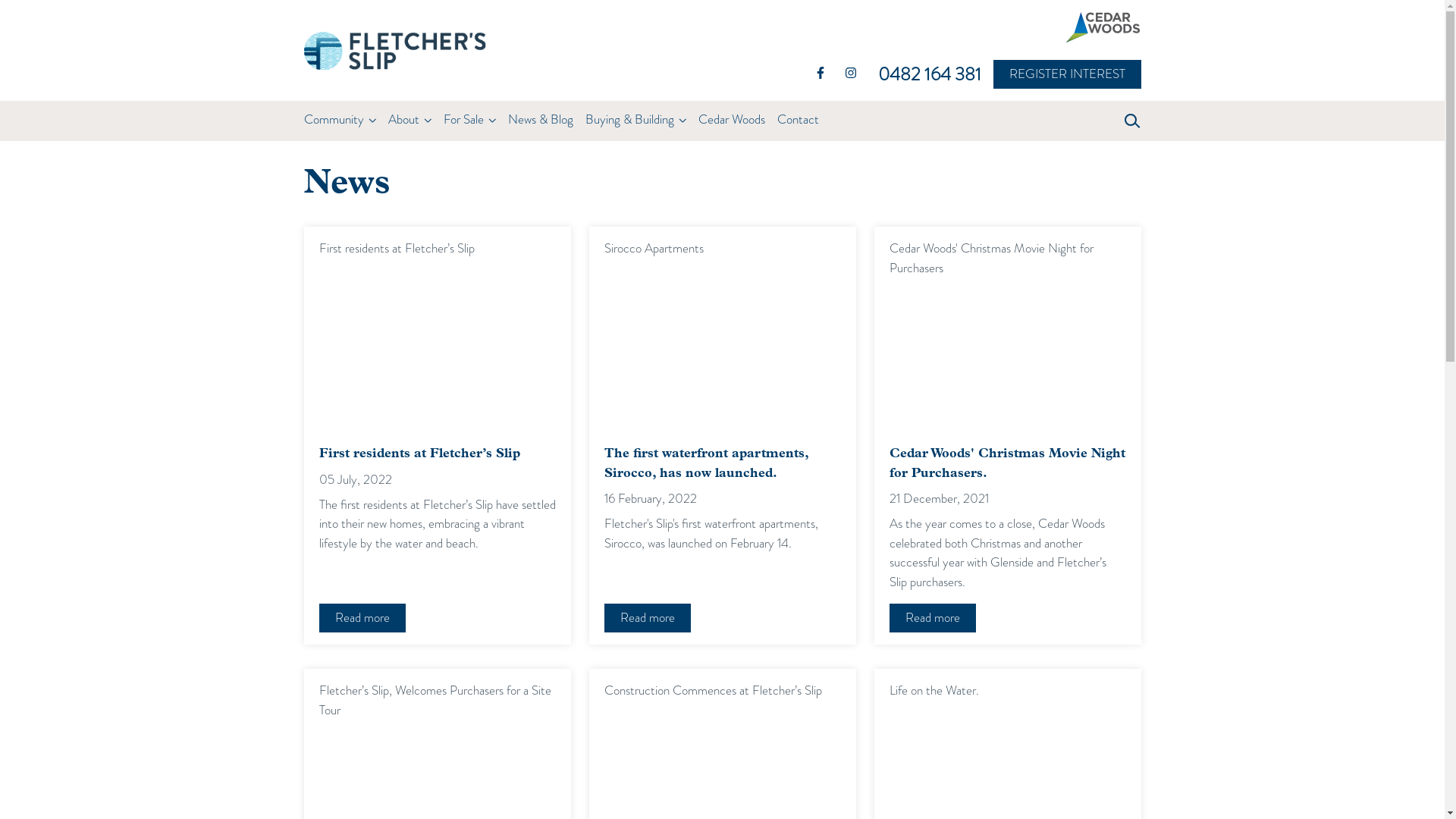 This screenshot has height=819, width=1456. What do you see at coordinates (546, 119) in the screenshot?
I see `'News & Blog'` at bounding box center [546, 119].